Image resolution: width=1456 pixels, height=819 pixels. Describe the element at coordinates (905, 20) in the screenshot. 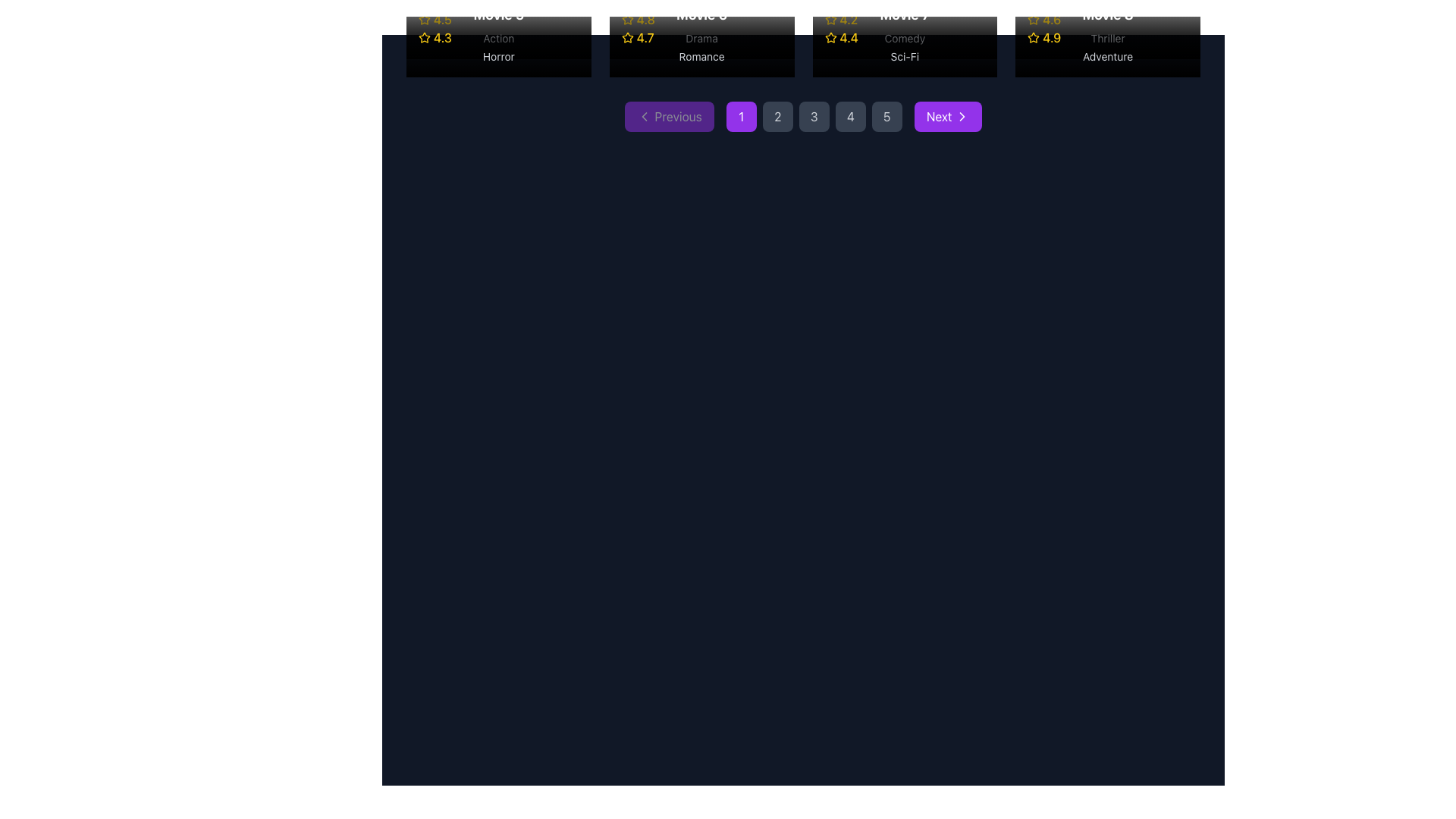

I see `the static Rating display located at the bottom of the 'Movie 3' card, above the genre label 'Comedy'` at that location.